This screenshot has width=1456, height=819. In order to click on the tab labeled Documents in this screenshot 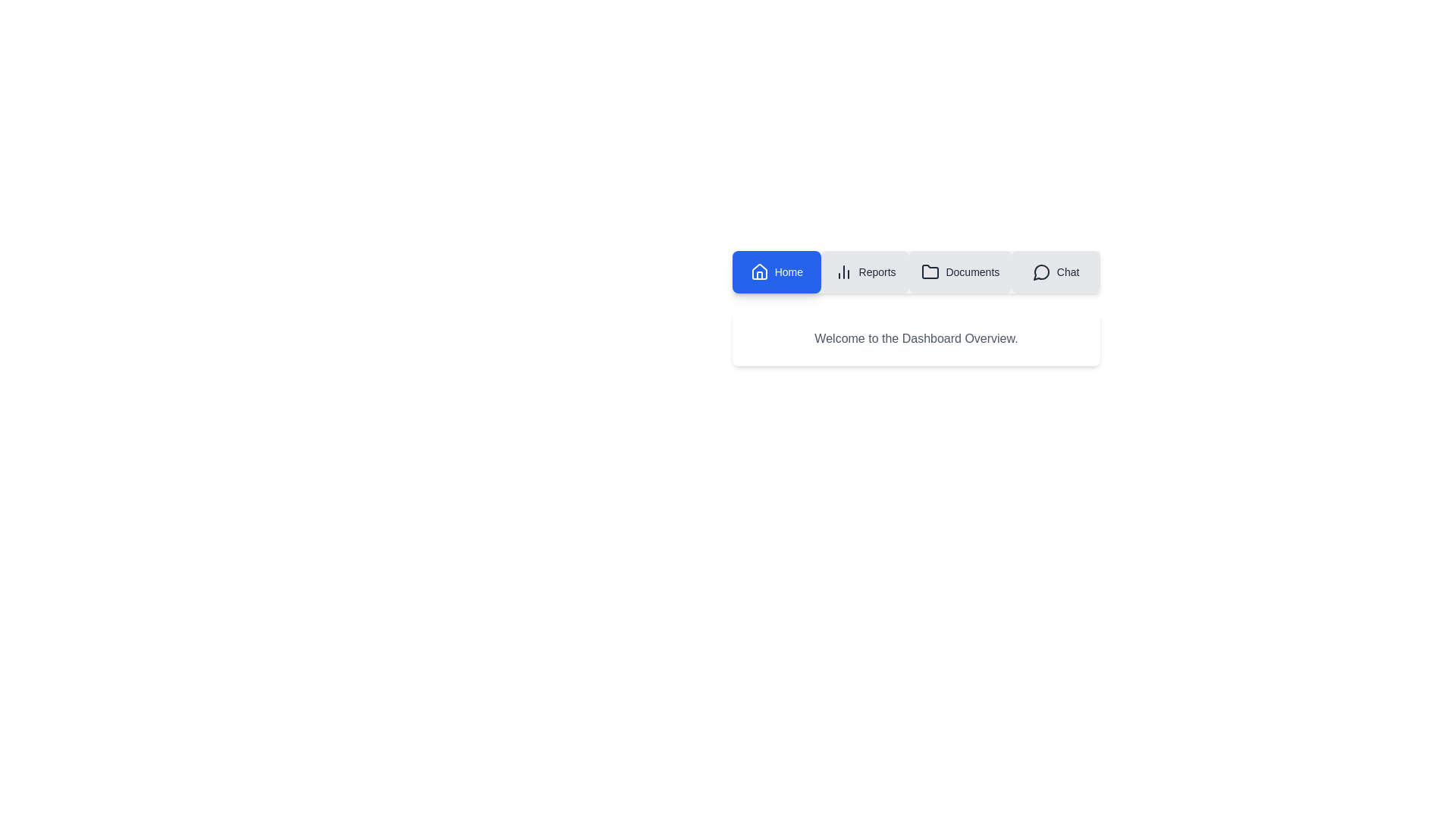, I will do `click(959, 271)`.